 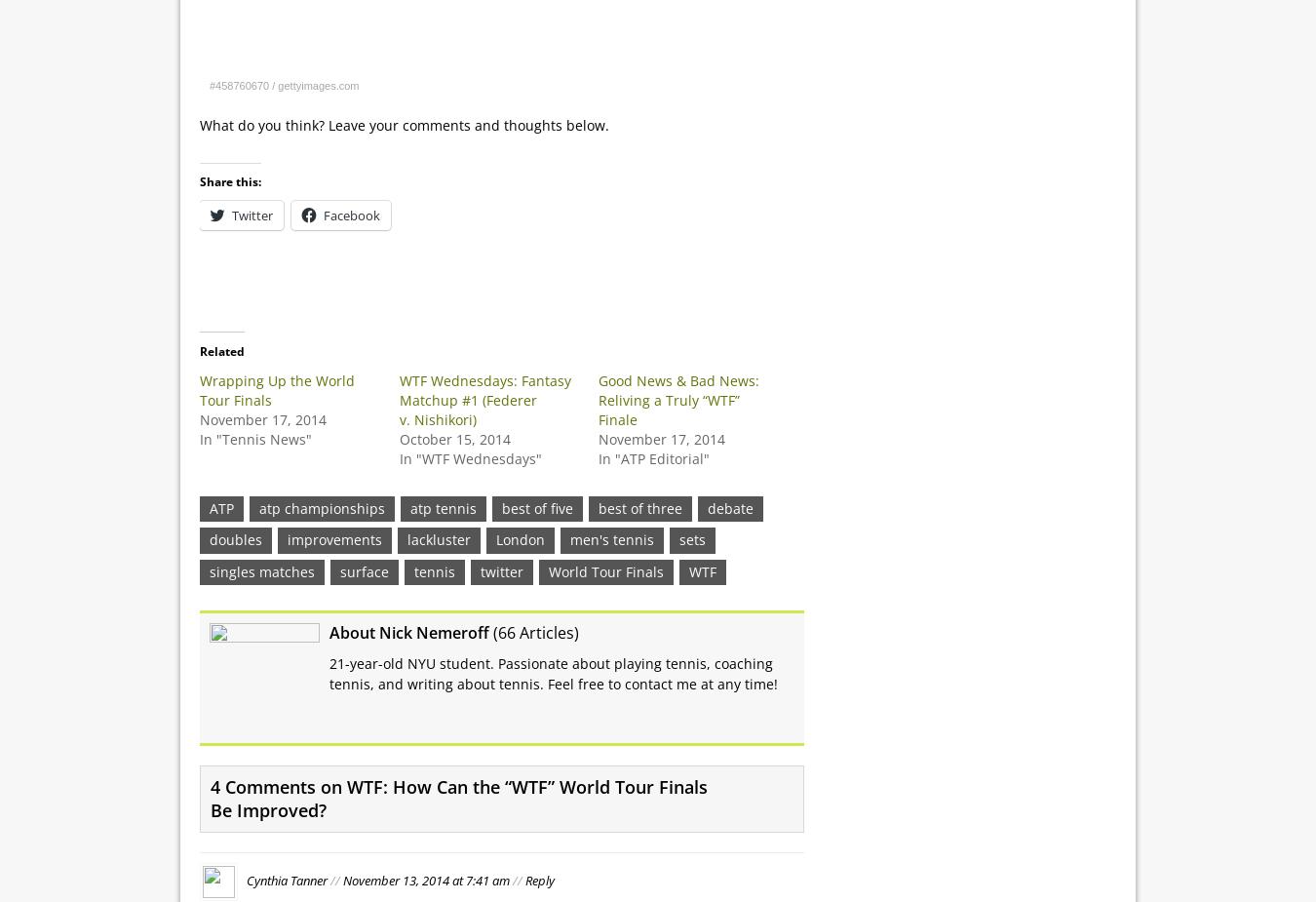 I want to click on '66 Articles', so click(x=534, y=632).